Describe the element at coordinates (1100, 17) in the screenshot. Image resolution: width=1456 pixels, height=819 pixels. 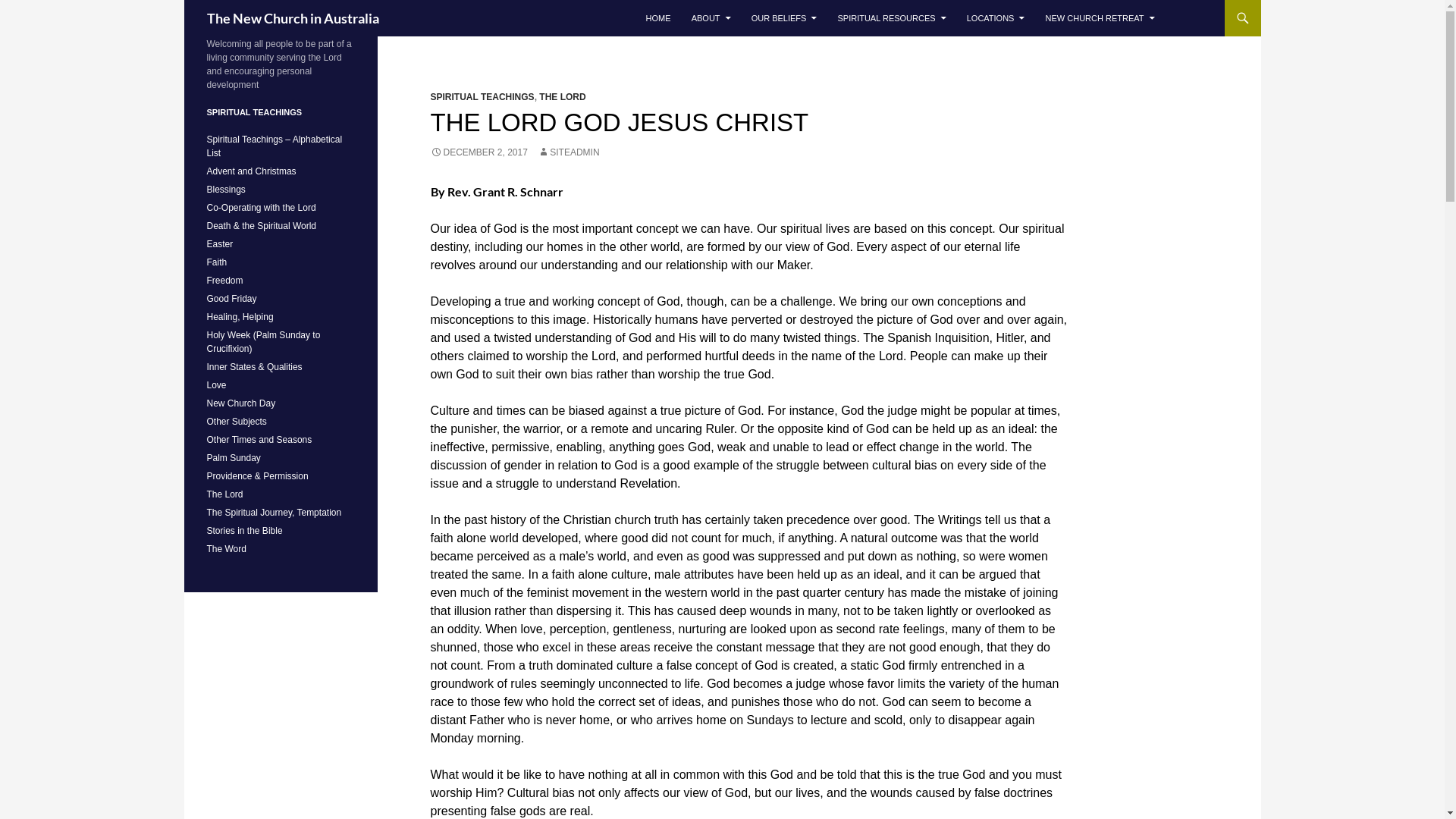
I see `'NEW CHURCH RETREAT'` at that location.